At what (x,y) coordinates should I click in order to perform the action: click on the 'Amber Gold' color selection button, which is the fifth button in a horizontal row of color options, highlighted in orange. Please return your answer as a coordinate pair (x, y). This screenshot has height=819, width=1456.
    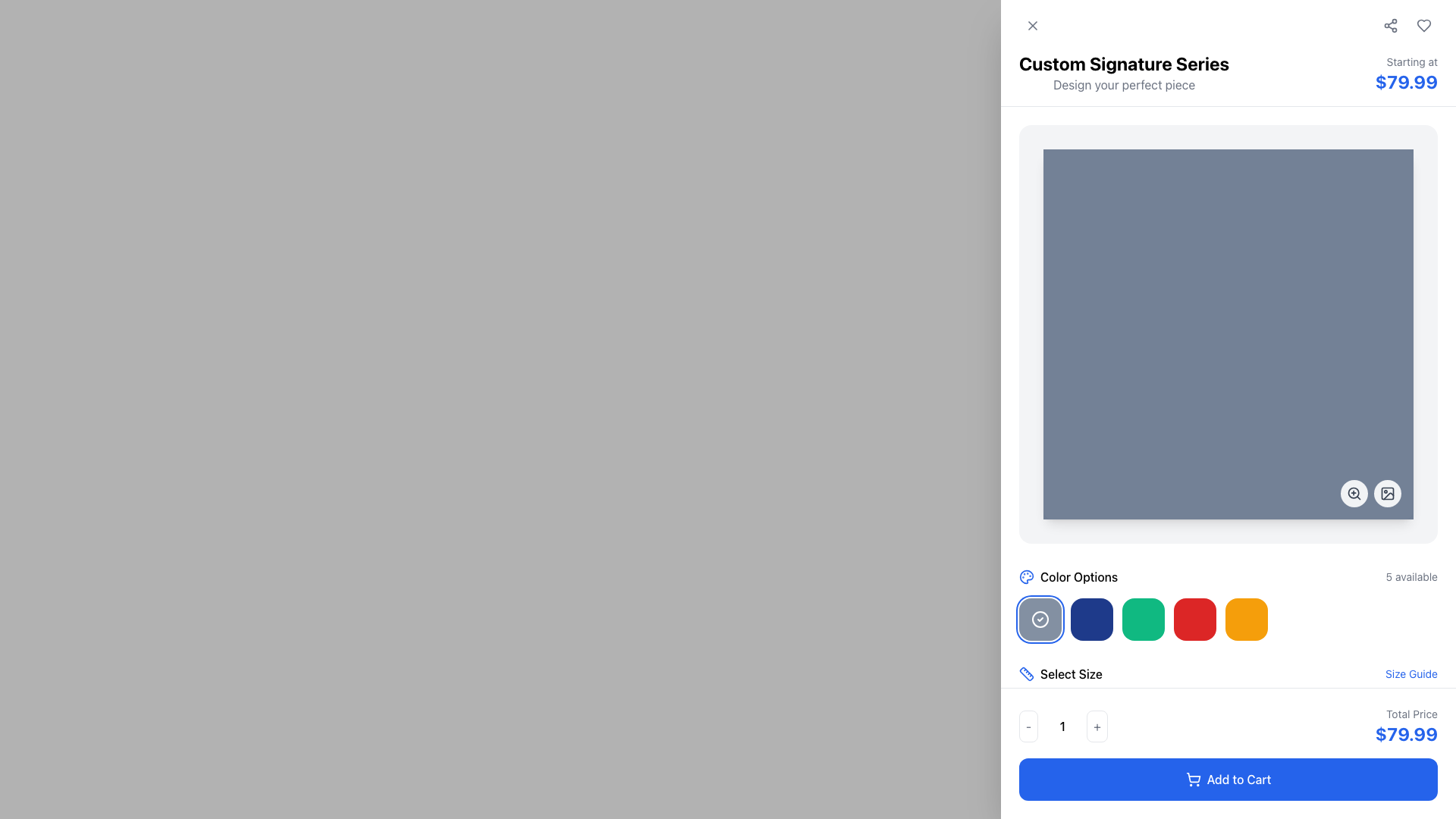
    Looking at the image, I should click on (1228, 620).